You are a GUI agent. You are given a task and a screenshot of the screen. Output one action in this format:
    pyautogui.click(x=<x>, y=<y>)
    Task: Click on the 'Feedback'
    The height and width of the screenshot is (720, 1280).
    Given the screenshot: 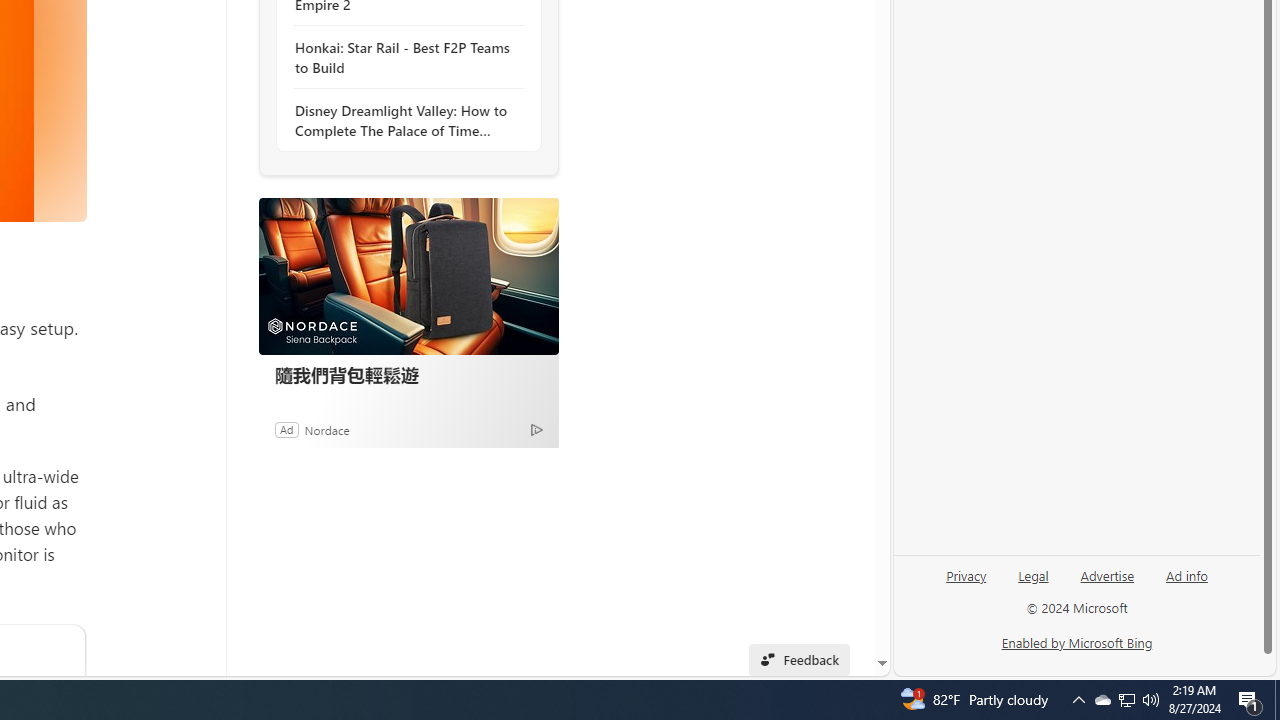 What is the action you would take?
    pyautogui.click(x=798, y=659)
    